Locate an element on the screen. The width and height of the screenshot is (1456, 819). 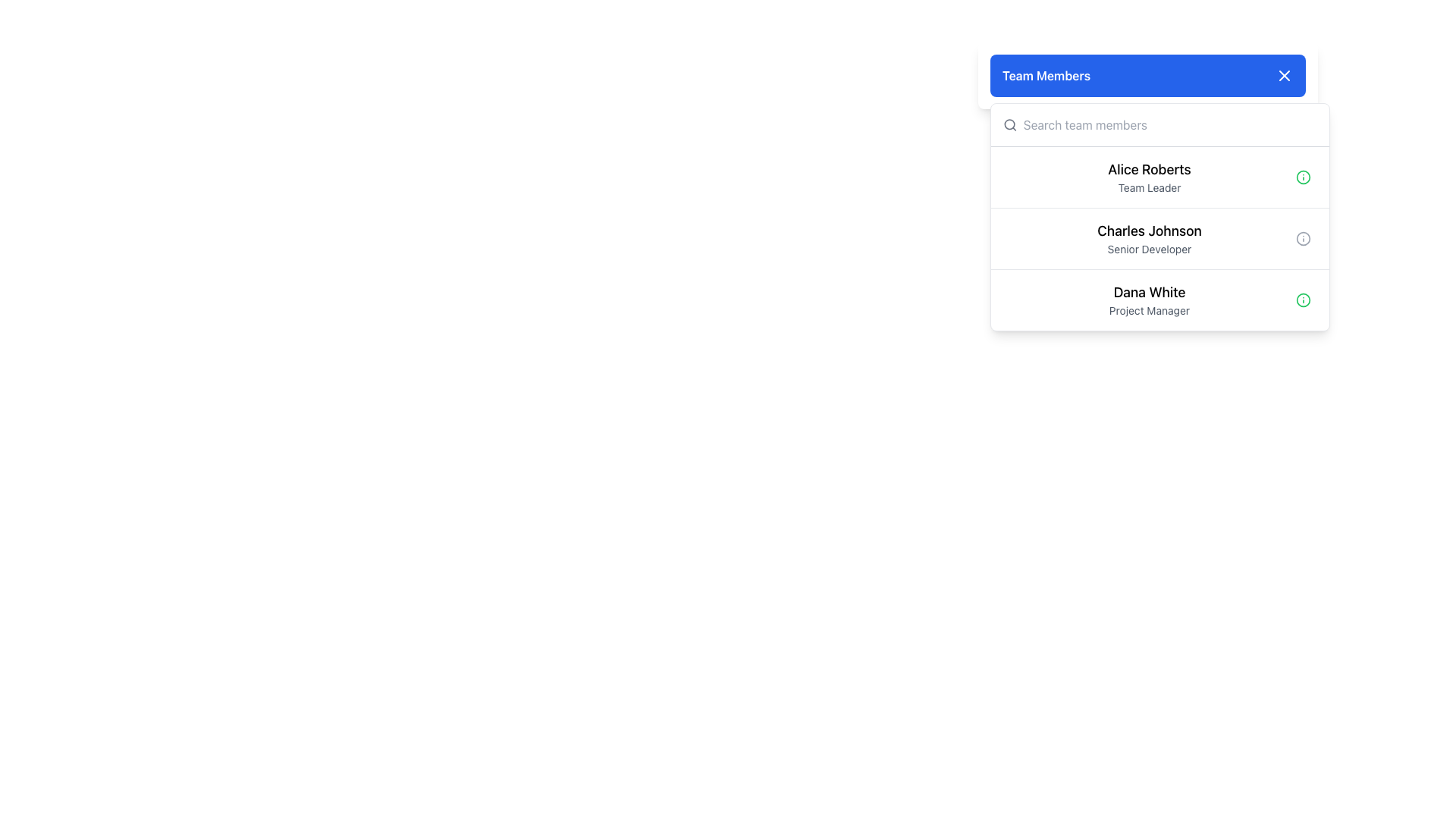
the text label displaying 'Charles Johnson', which is the second item in the 'Team Members' list inside the modal is located at coordinates (1150, 231).